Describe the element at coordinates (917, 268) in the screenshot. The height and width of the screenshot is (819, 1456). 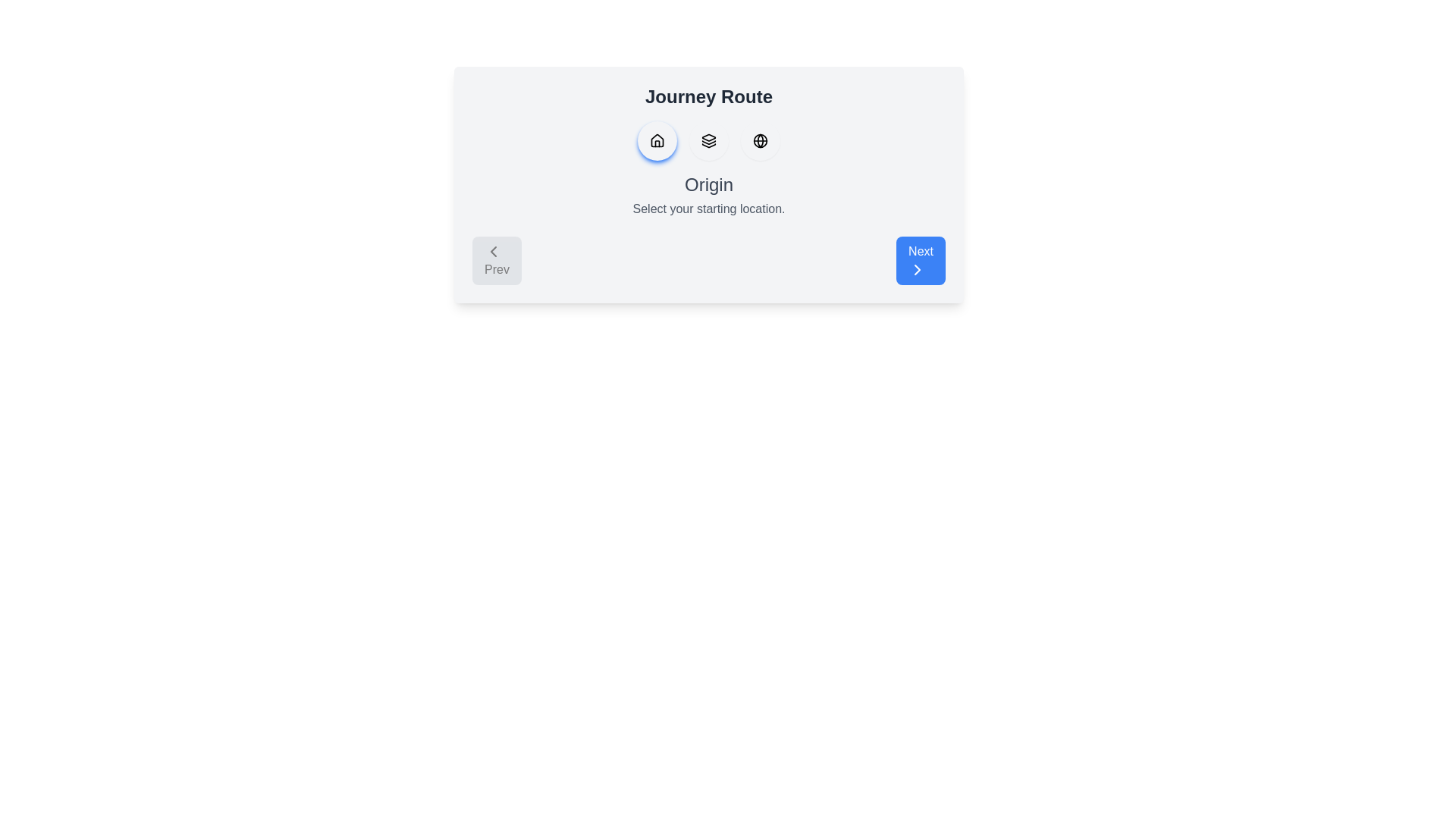
I see `the right-pointing arrow icon within the 'Next' button located at the bottom-right corner of the 'Journey Route' dialog to proceed to the next step` at that location.